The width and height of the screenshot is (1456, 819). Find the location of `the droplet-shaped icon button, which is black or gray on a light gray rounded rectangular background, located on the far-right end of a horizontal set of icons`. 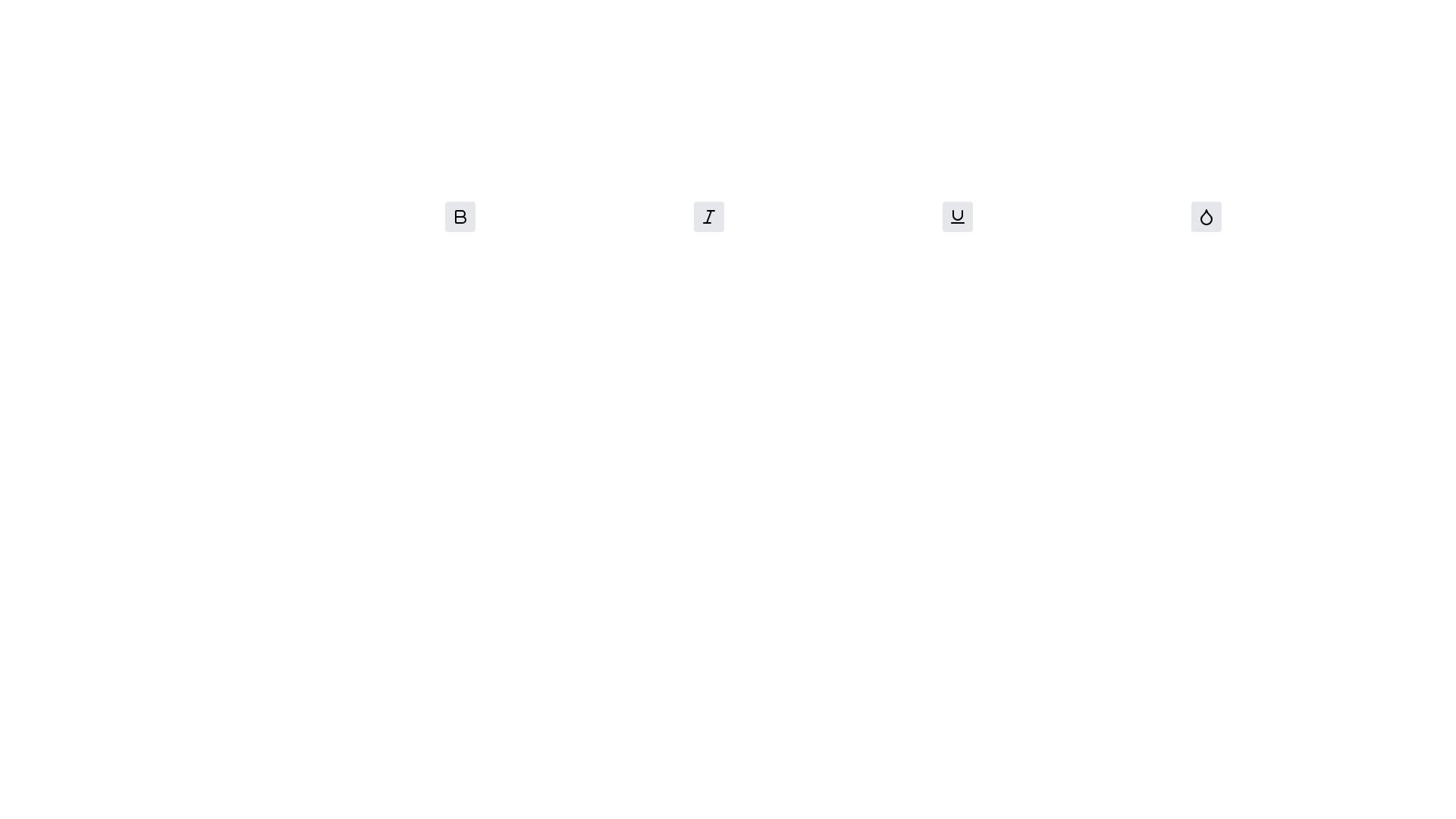

the droplet-shaped icon button, which is black or gray on a light gray rounded rectangular background, located on the far-right end of a horizontal set of icons is located at coordinates (1205, 216).